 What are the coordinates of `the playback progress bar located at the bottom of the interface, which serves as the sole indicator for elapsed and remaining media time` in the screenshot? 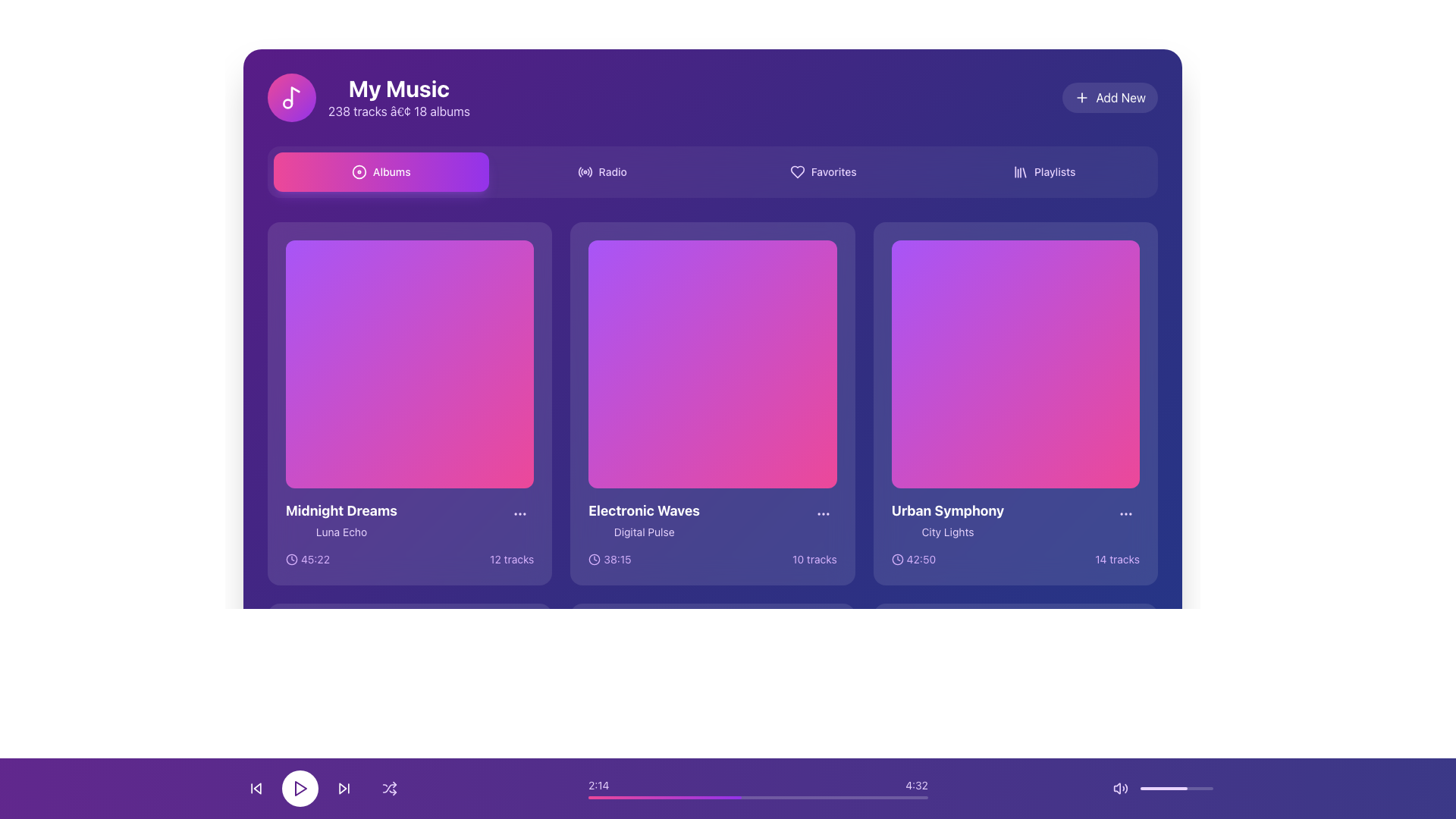 It's located at (758, 788).